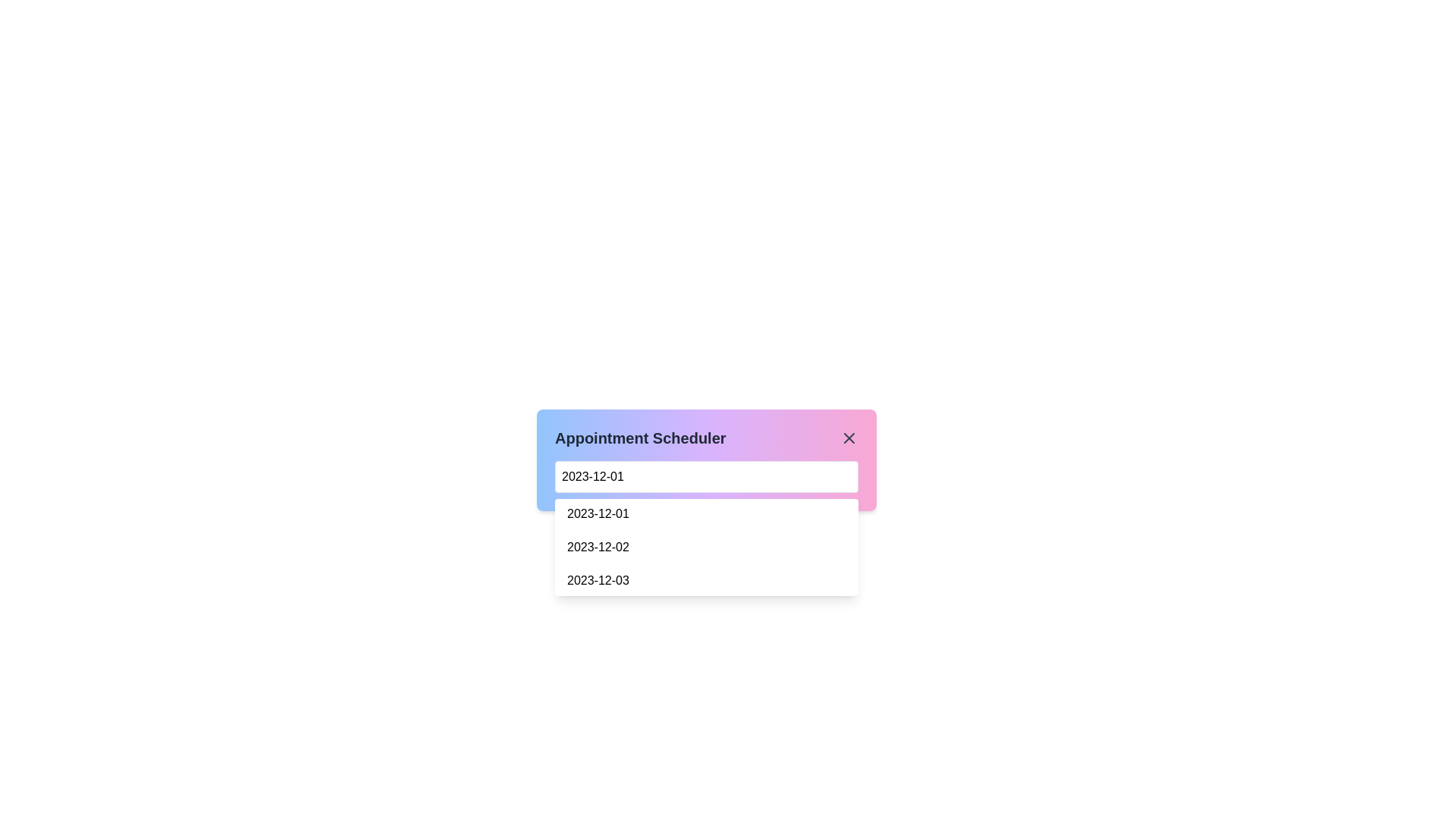  What do you see at coordinates (848, 438) in the screenshot?
I see `the close button located in the top-right corner of the 'Appointment Scheduler' modal` at bounding box center [848, 438].